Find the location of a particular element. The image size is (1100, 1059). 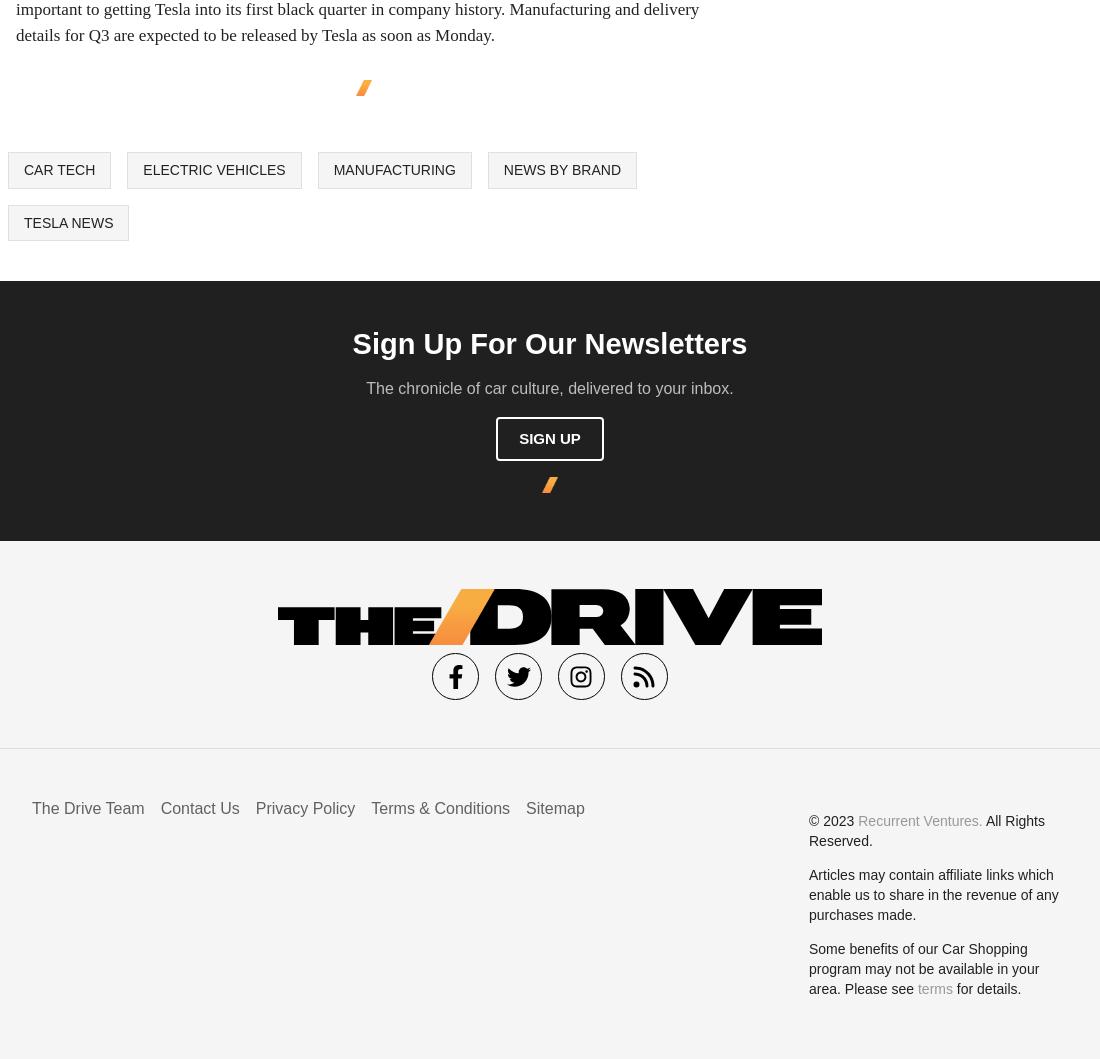

'Privacy Policy' is located at coordinates (304, 806).